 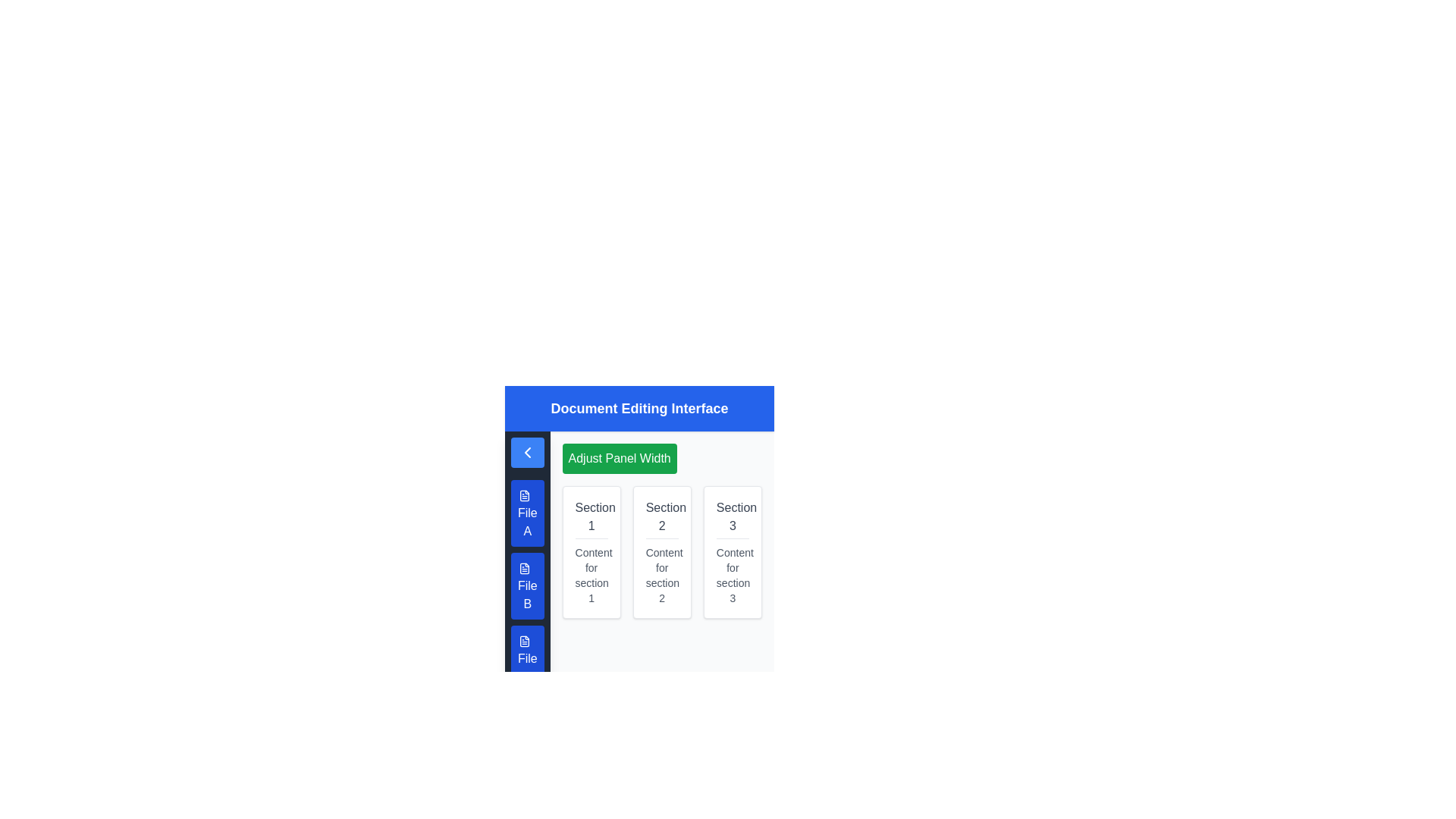 What do you see at coordinates (591, 518) in the screenshot?
I see `the text label reading 'Section 1', which is styled in gray and positioned at the top of a white card with a shadow and rounded corners` at bounding box center [591, 518].